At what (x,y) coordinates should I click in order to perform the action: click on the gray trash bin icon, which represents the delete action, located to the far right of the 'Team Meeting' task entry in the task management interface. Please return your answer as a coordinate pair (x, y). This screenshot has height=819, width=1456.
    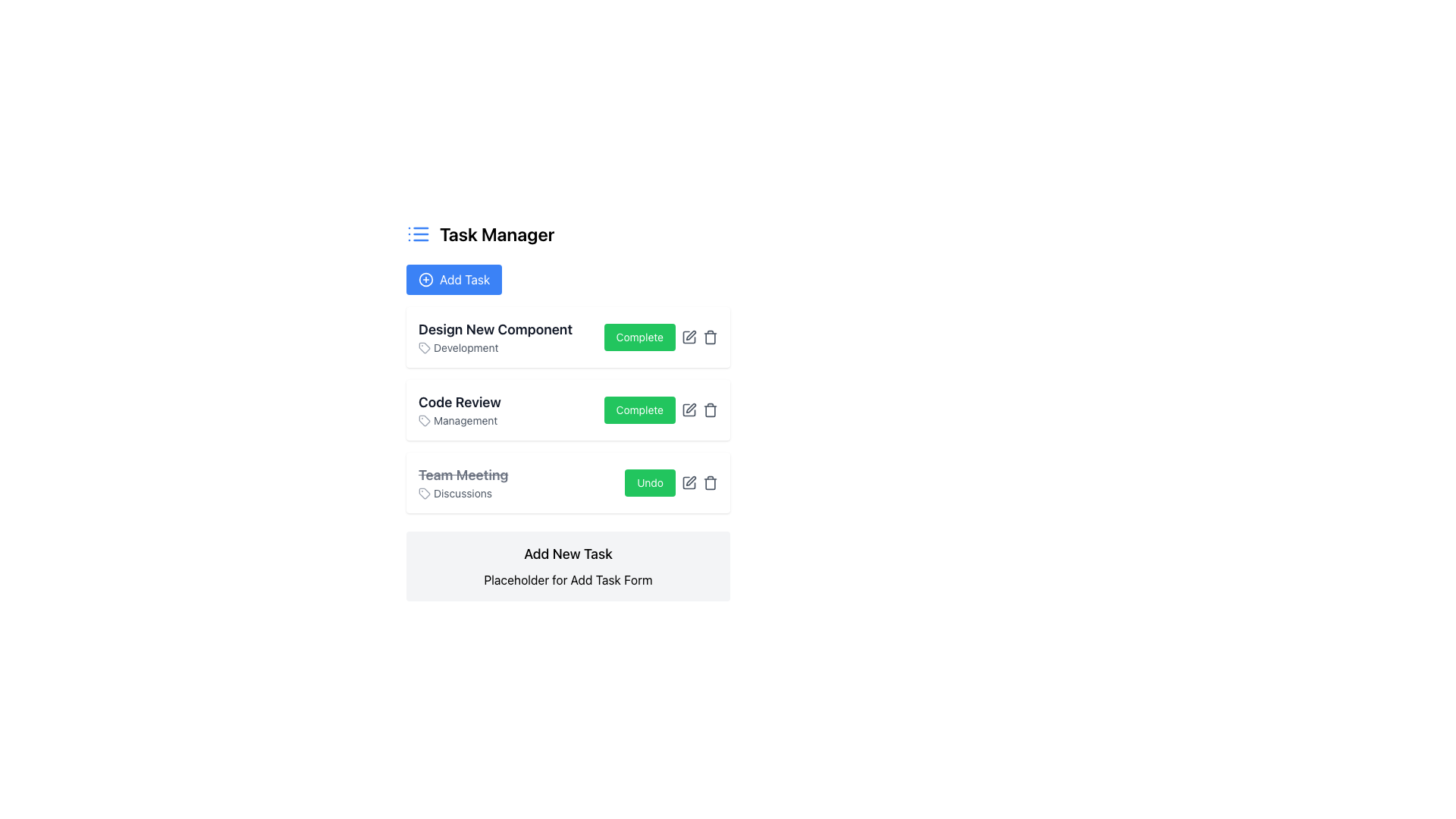
    Looking at the image, I should click on (709, 482).